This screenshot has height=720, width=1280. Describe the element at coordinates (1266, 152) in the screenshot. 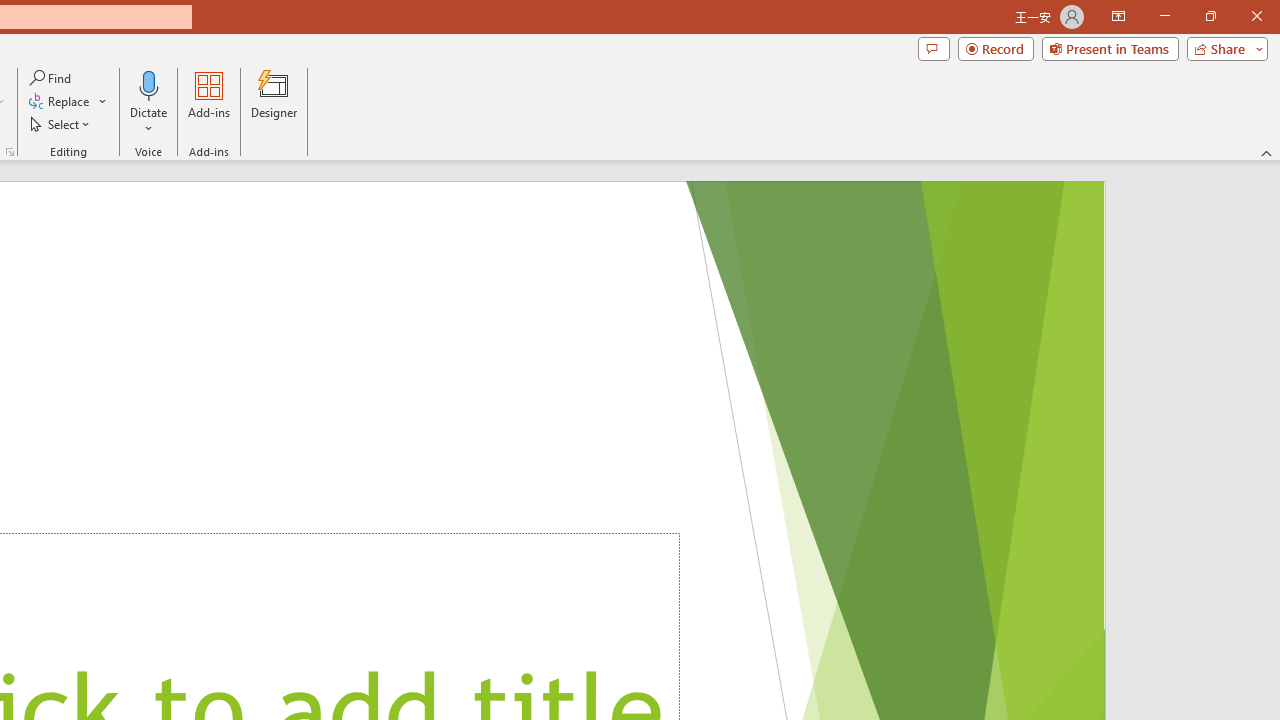

I see `'Collapse the Ribbon'` at that location.